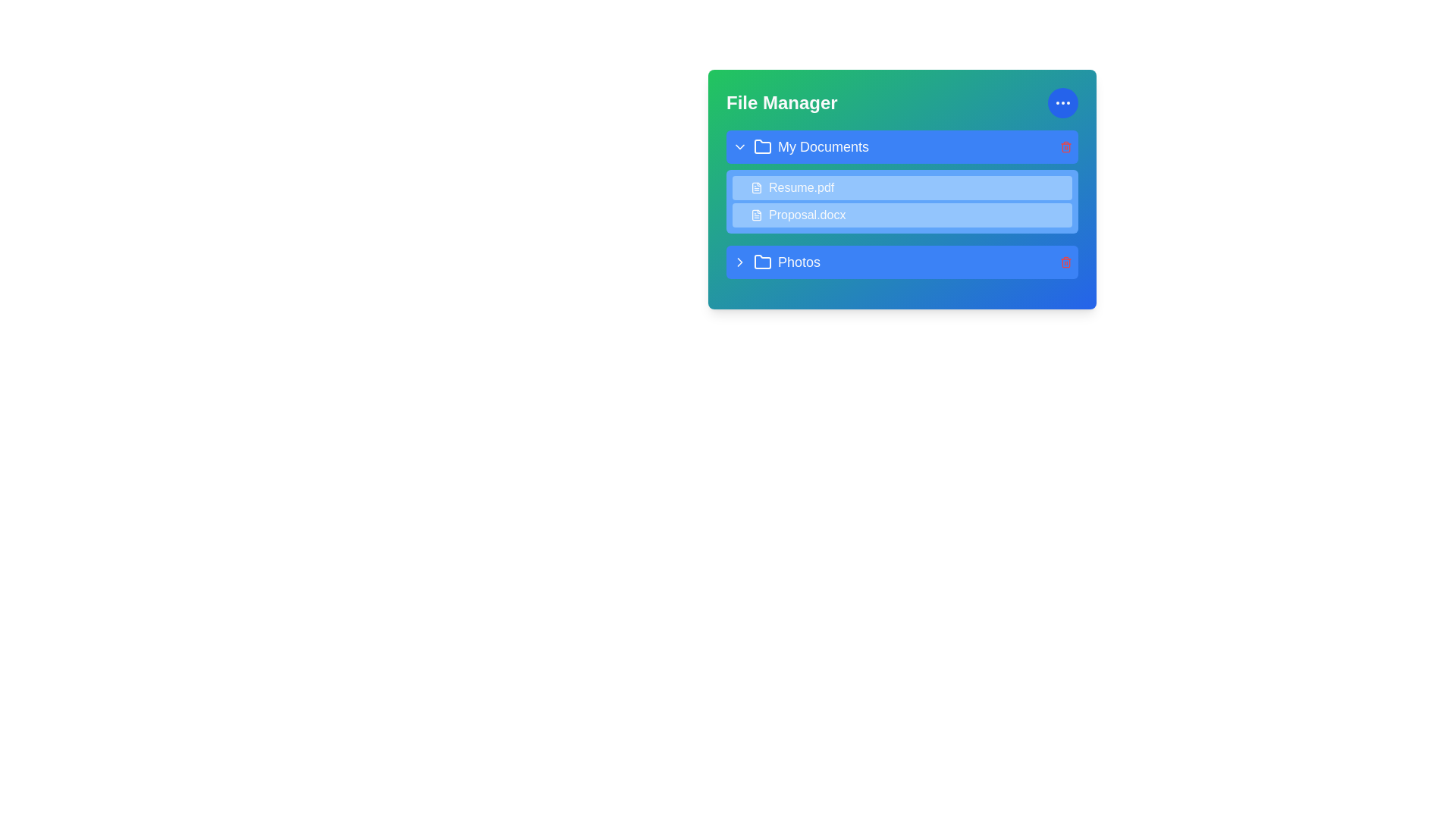 Image resolution: width=1456 pixels, height=819 pixels. Describe the element at coordinates (782, 102) in the screenshot. I see `the 'File Manager' label, which displays the text in a bold and large font at the top left corner of the panel with a gradient background` at that location.